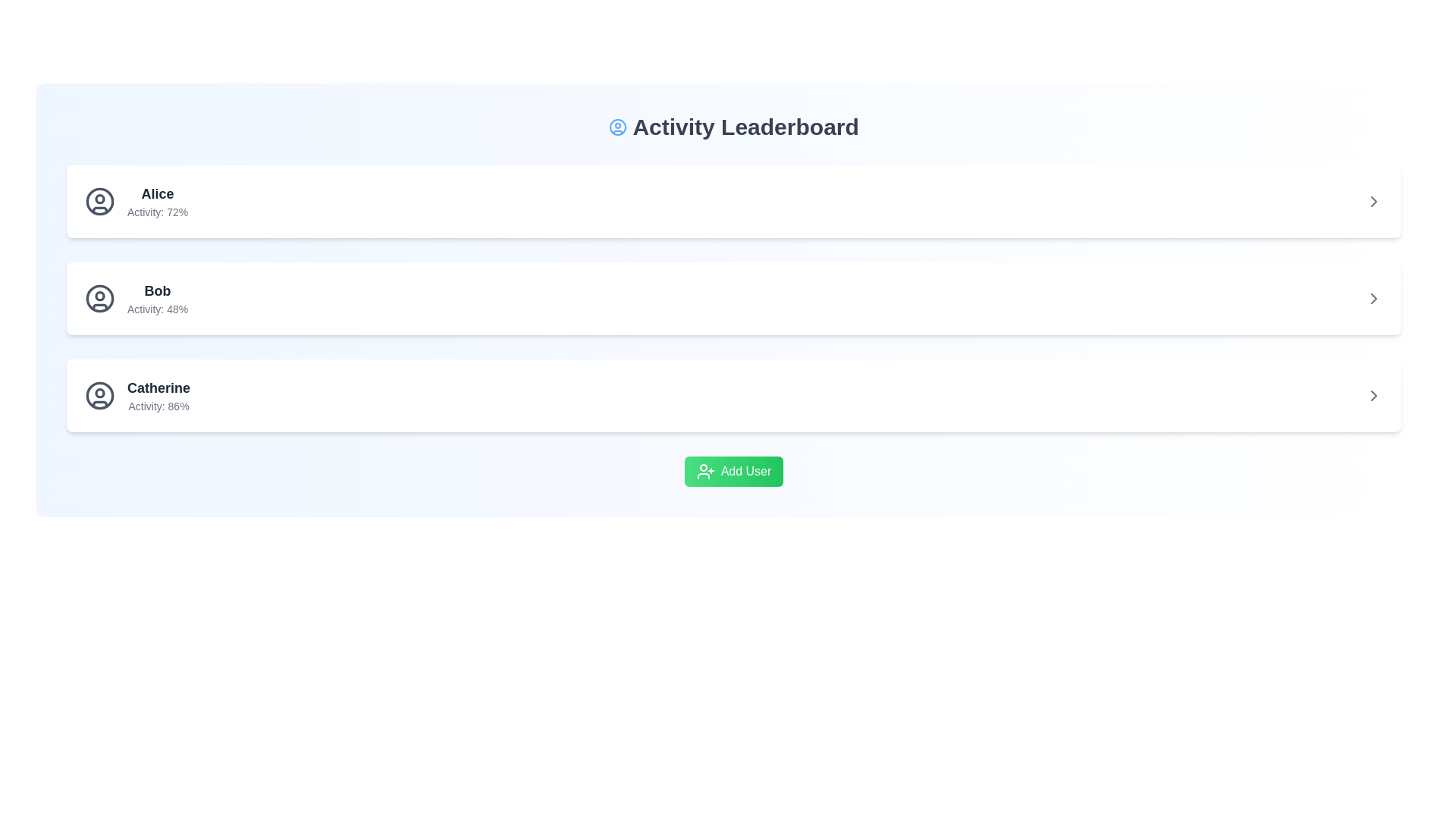 This screenshot has width=1456, height=819. What do you see at coordinates (99, 391) in the screenshot?
I see `the inner circle of the profile icon located to the left of the label 'Catherine' in the third user entry from the top of the leaderboard list` at bounding box center [99, 391].